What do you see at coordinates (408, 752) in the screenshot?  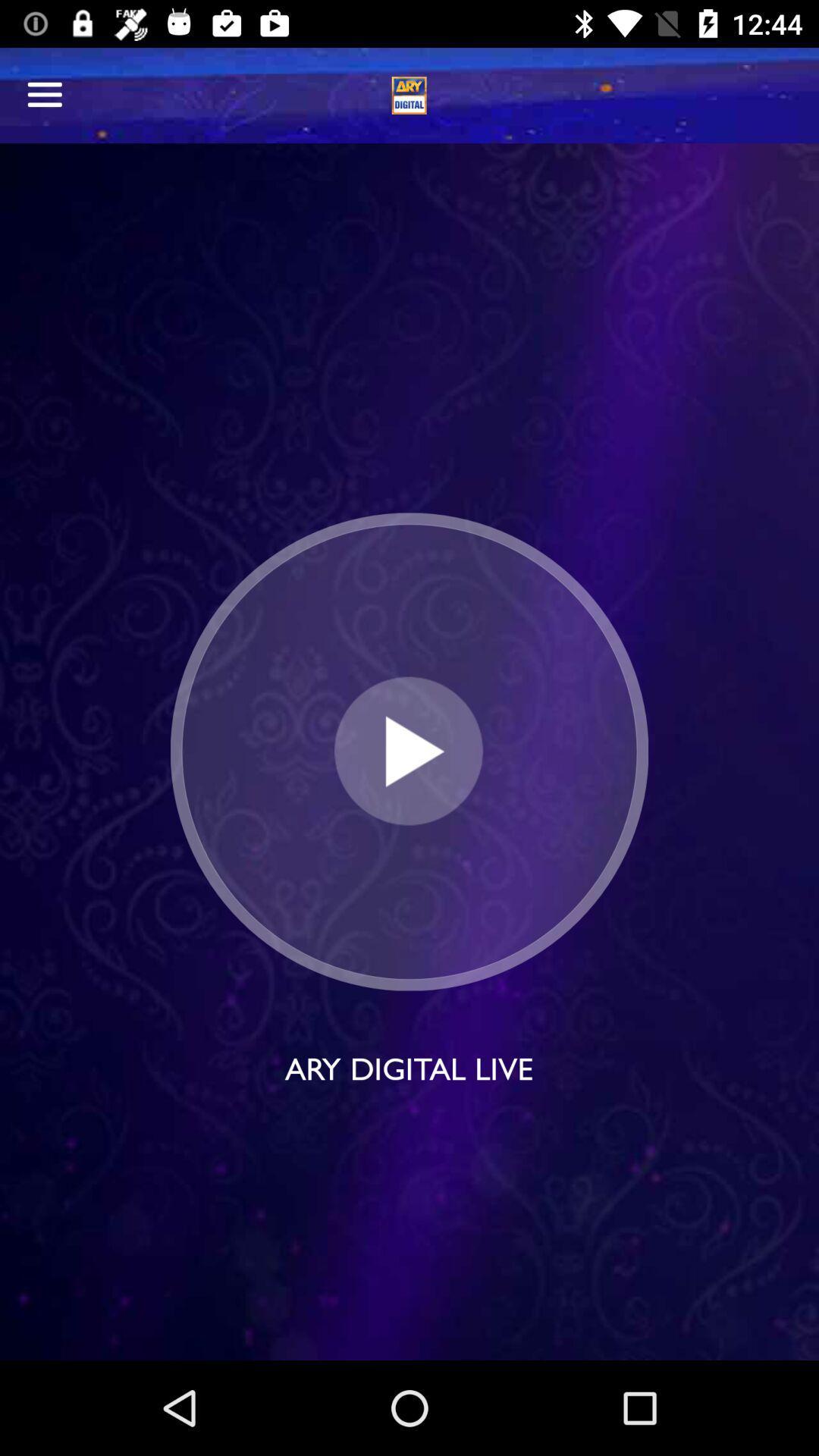 I see `media` at bounding box center [408, 752].